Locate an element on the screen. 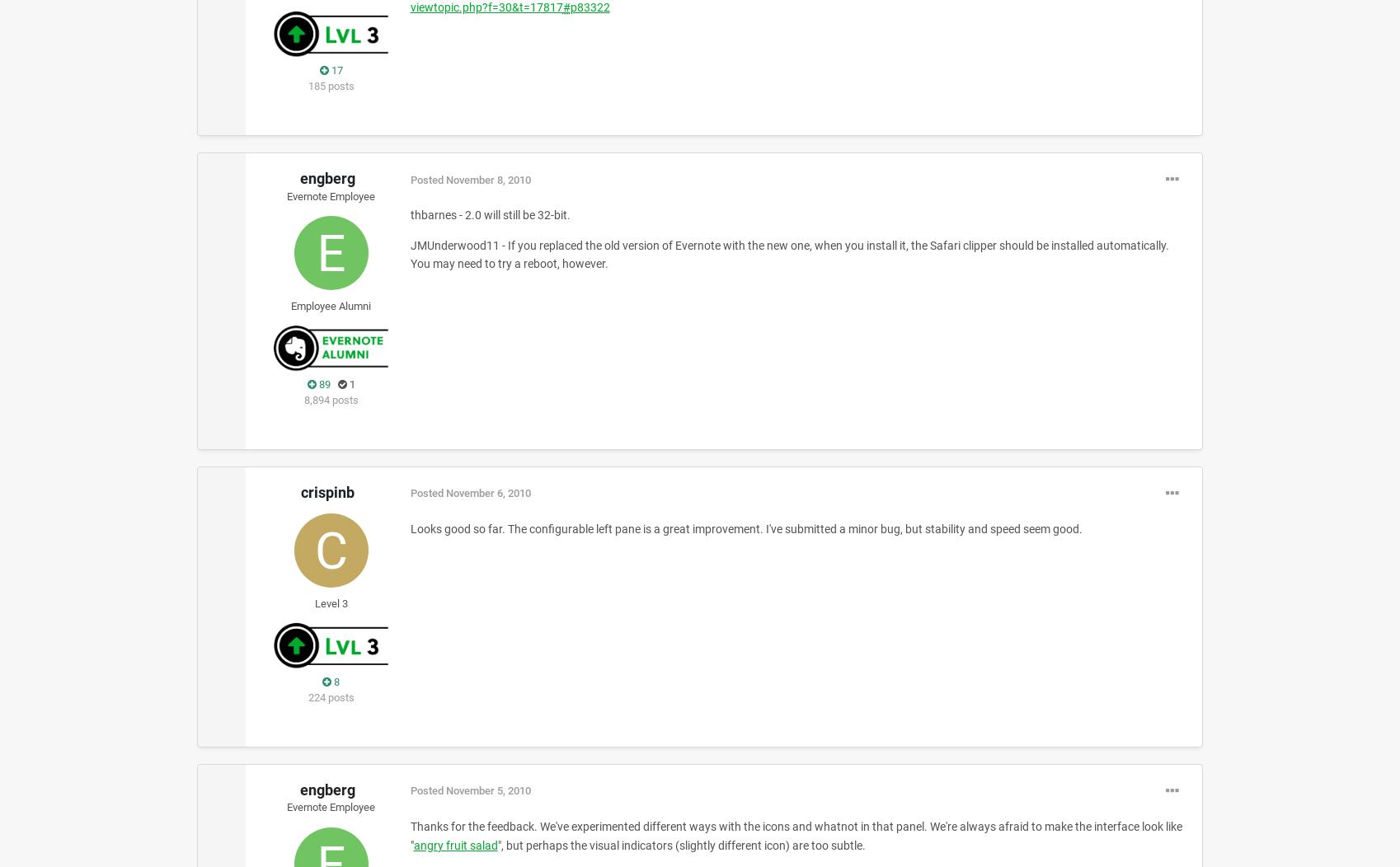 This screenshot has height=867, width=1400. 'thbarnes - 2.0 will still be 32-bit.' is located at coordinates (489, 214).